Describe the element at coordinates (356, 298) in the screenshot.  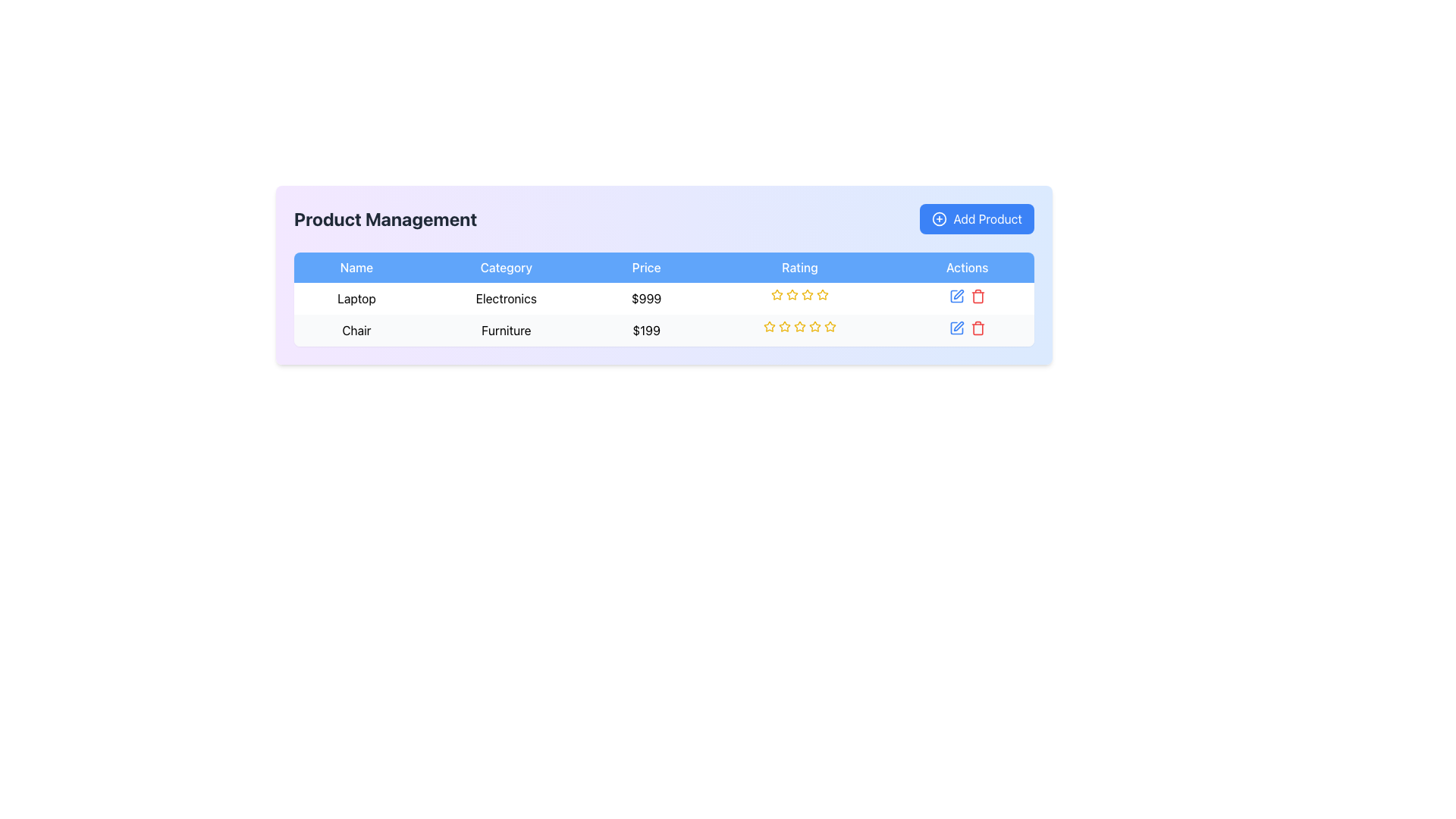
I see `the adjacent table components based on the content of the text label reading 'Laptop', which is the first cell in the first data row under the 'Name' column` at that location.